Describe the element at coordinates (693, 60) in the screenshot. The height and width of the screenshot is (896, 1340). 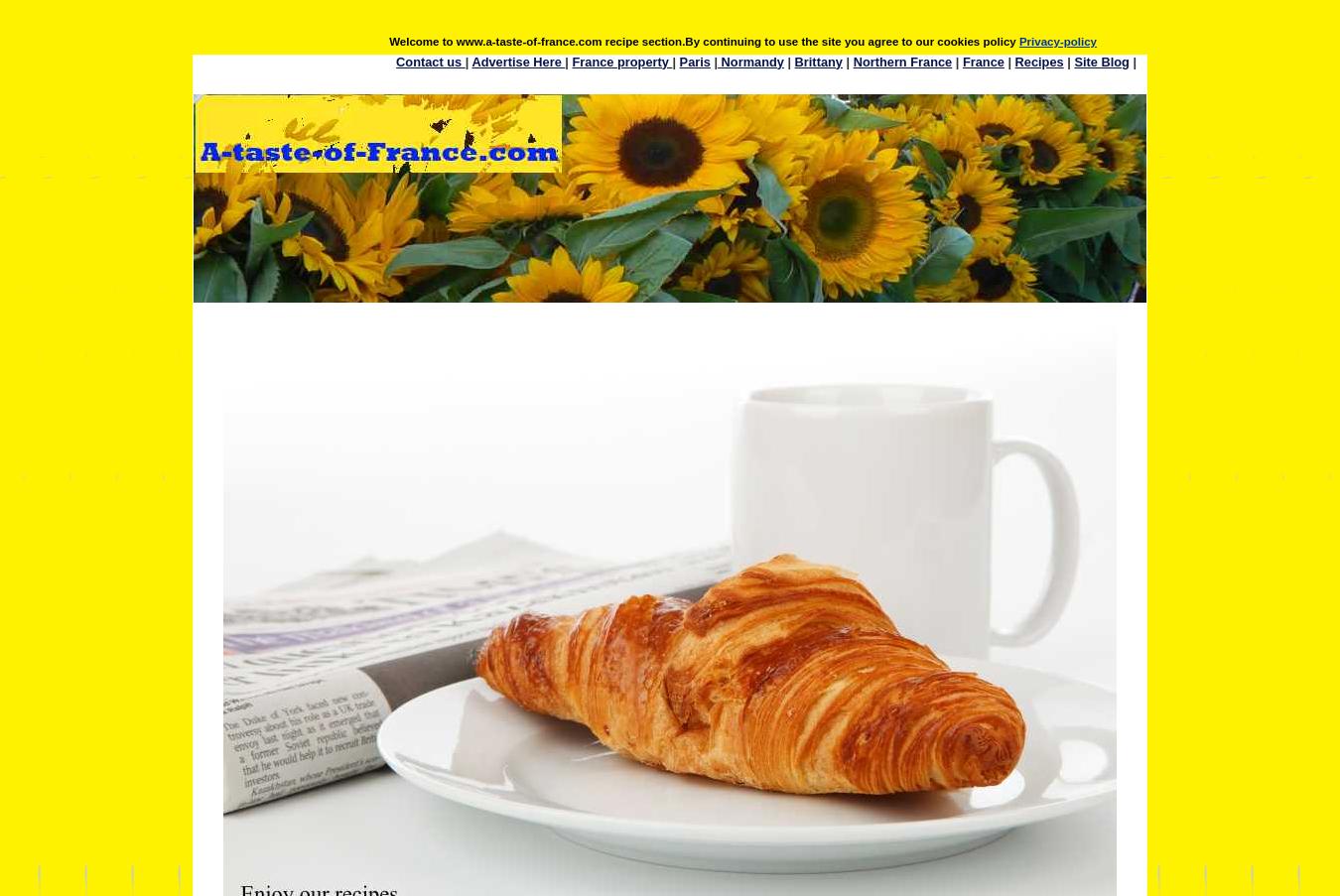
I see `'Paris'` at that location.